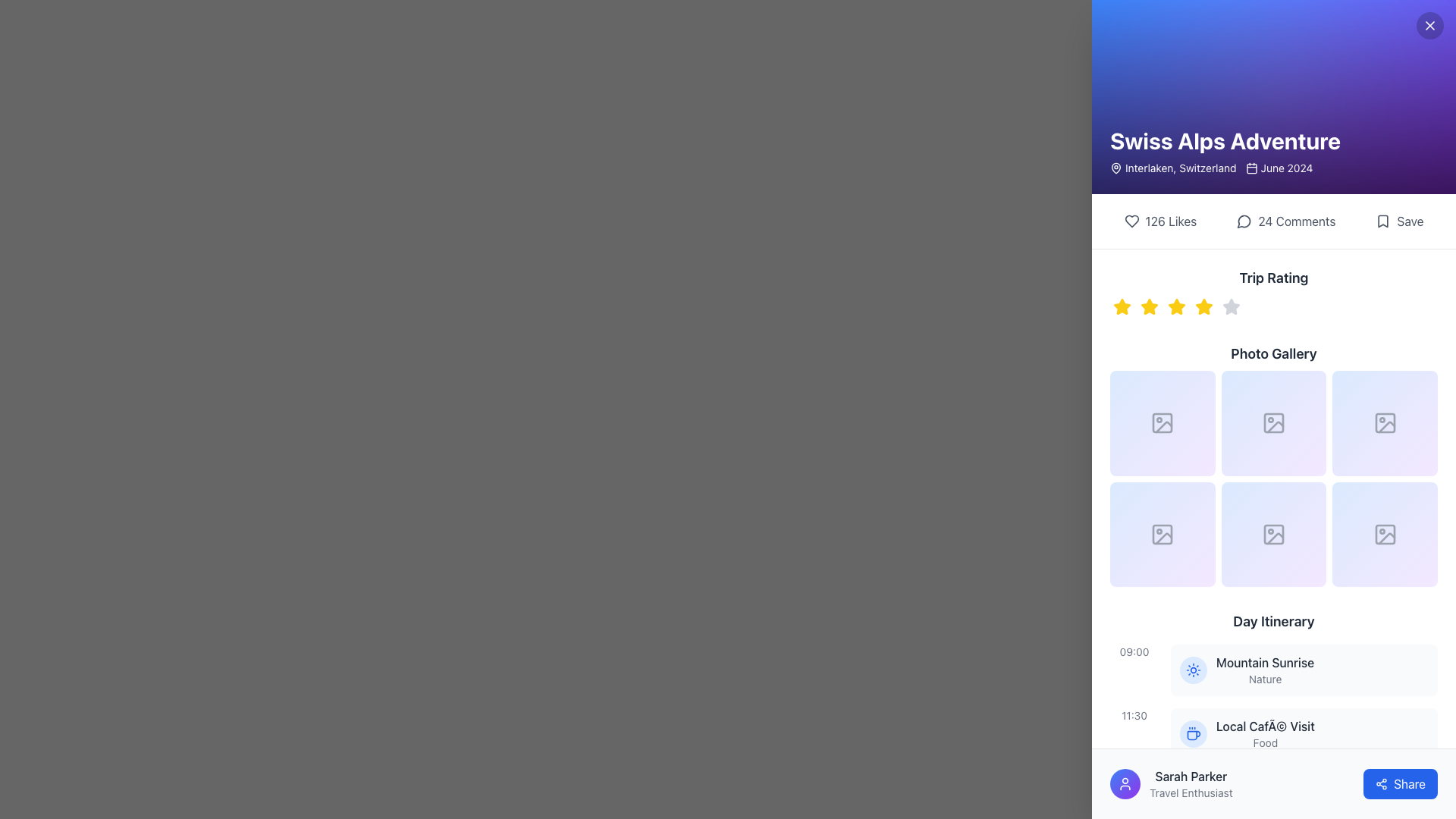  Describe the element at coordinates (1385, 423) in the screenshot. I see `the graphical placeholder button located` at that location.